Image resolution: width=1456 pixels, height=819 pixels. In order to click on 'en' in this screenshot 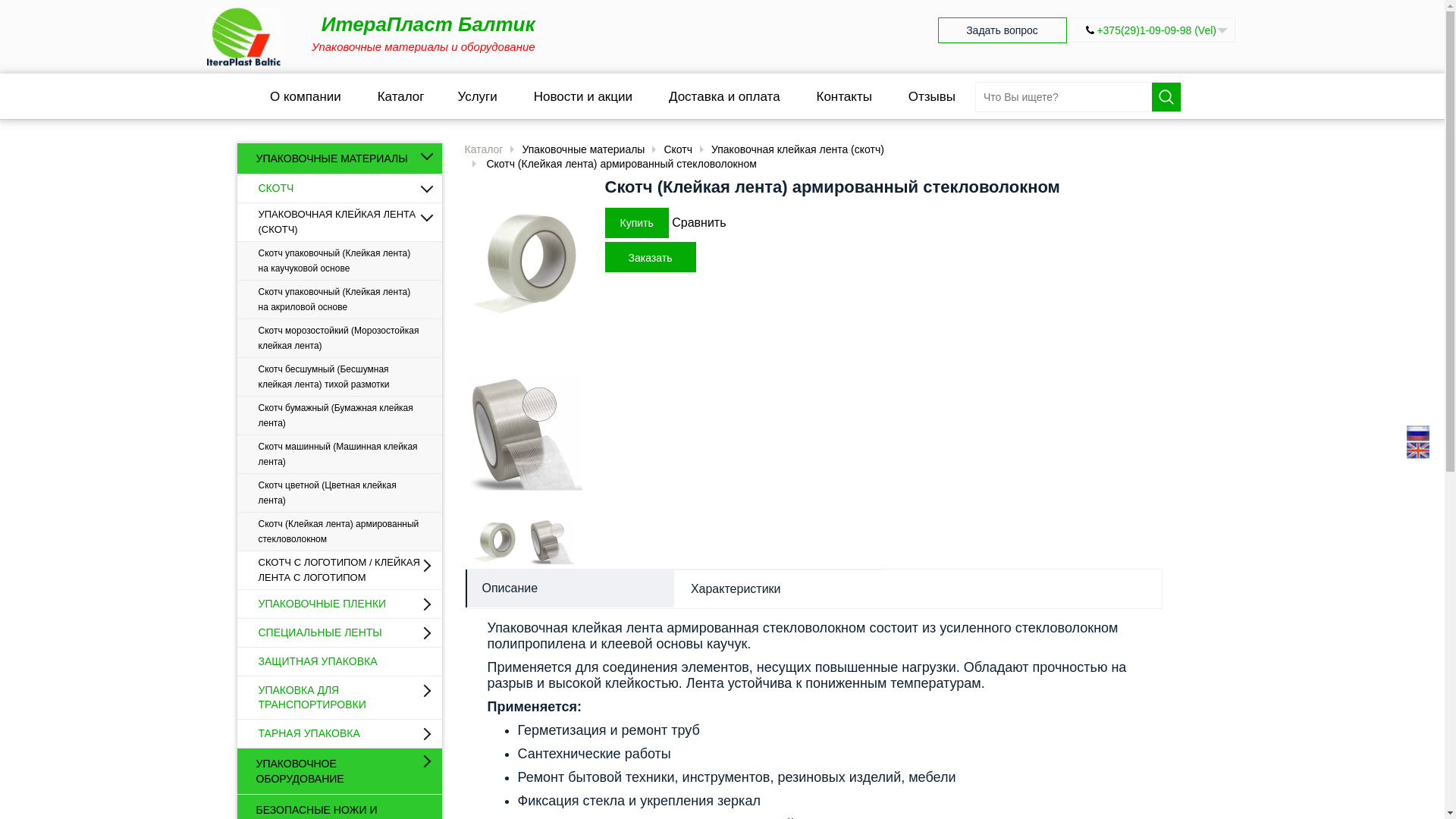, I will do `click(1417, 450)`.